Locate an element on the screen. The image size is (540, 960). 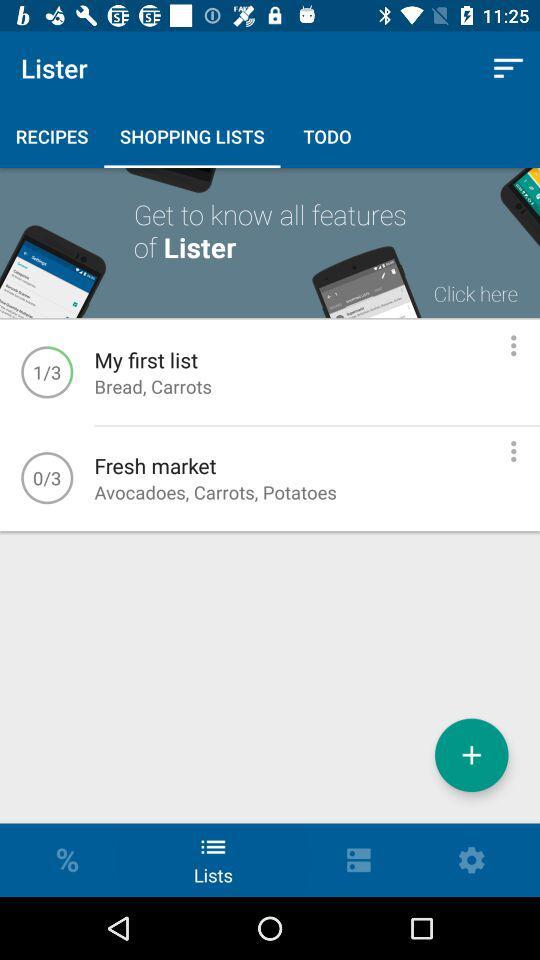
the add icon is located at coordinates (471, 754).